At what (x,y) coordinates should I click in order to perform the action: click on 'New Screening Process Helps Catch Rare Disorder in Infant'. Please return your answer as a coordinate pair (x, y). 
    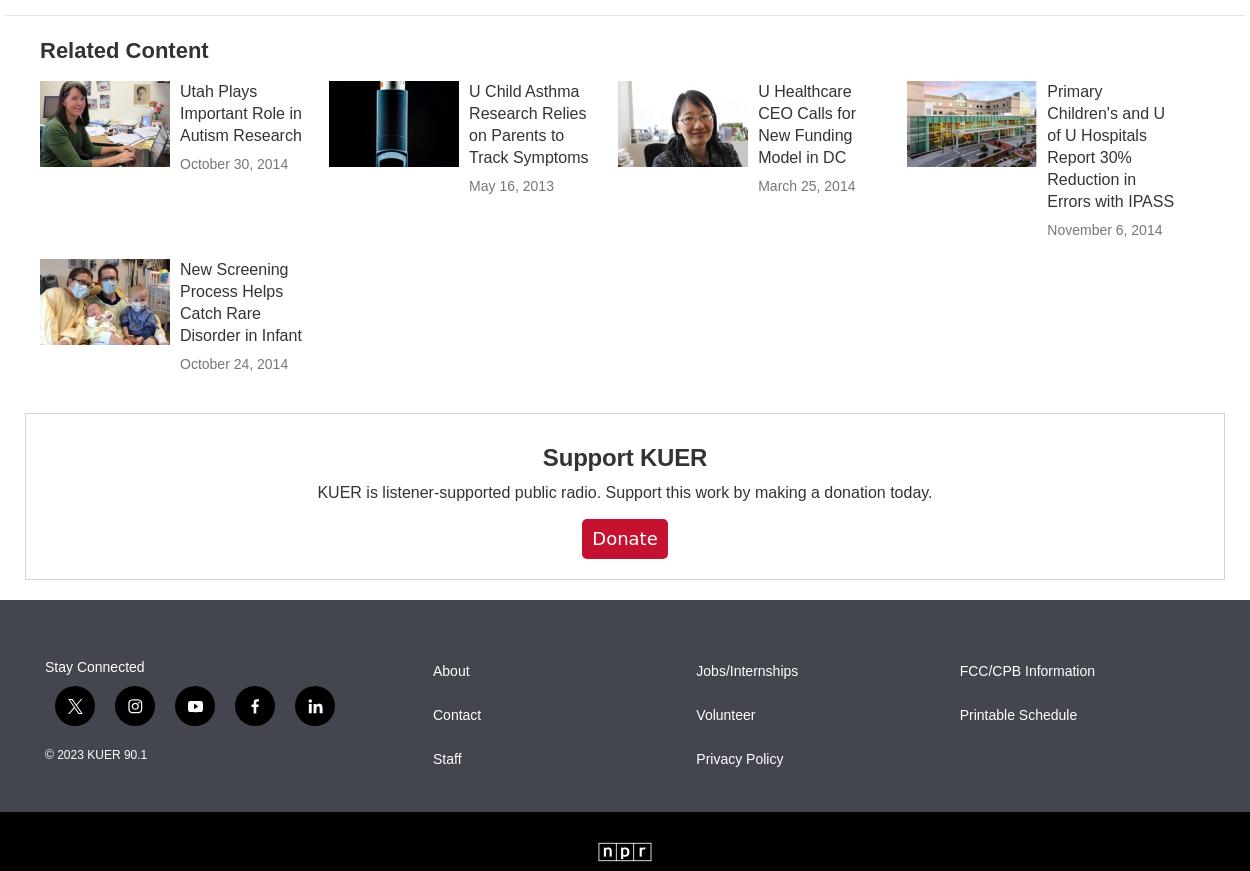
    Looking at the image, I should click on (239, 344).